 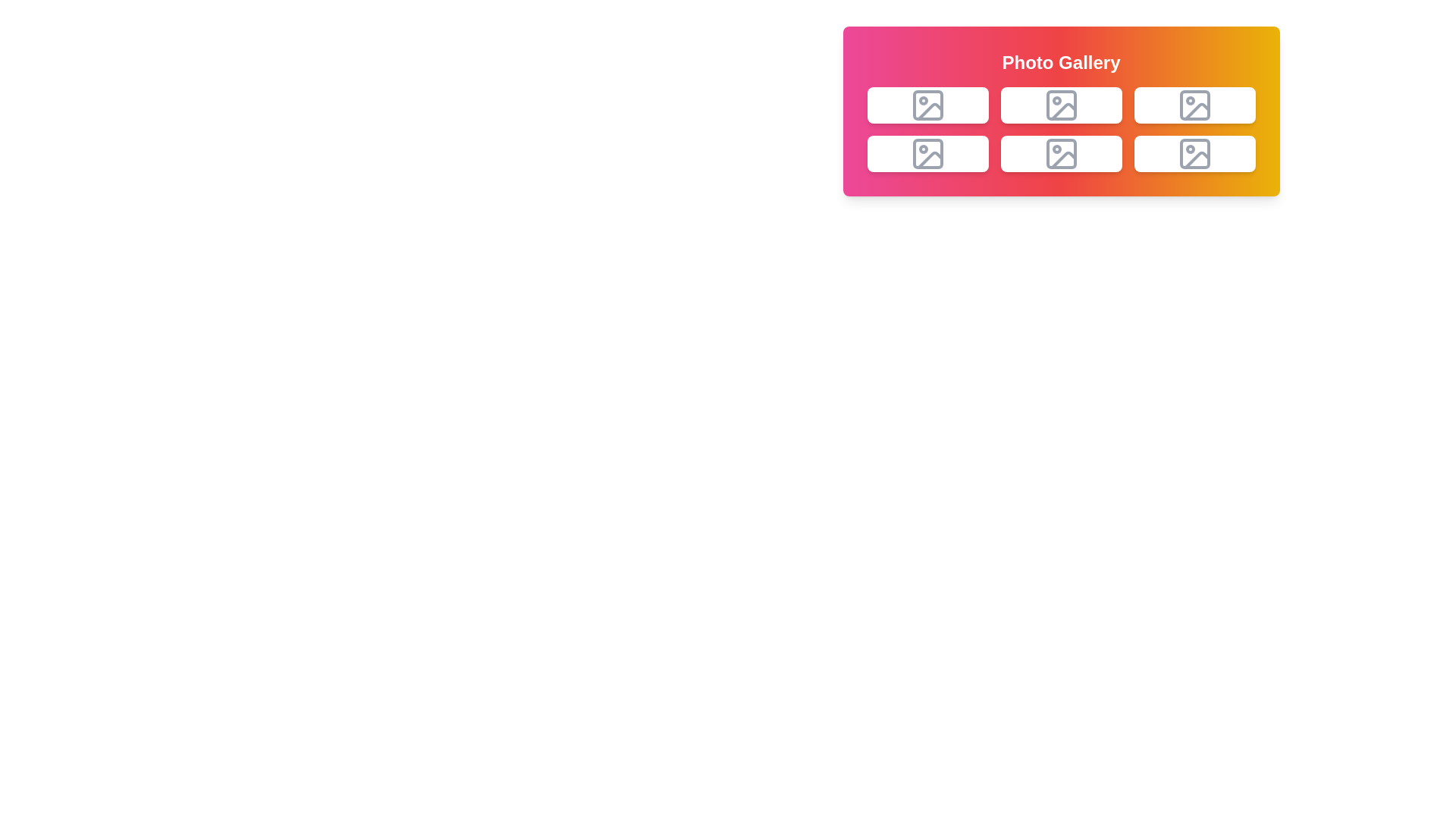 What do you see at coordinates (908, 154) in the screenshot?
I see `the blue eye graphical icon located within the white circular button in the 'Photo Gallery' interface` at bounding box center [908, 154].